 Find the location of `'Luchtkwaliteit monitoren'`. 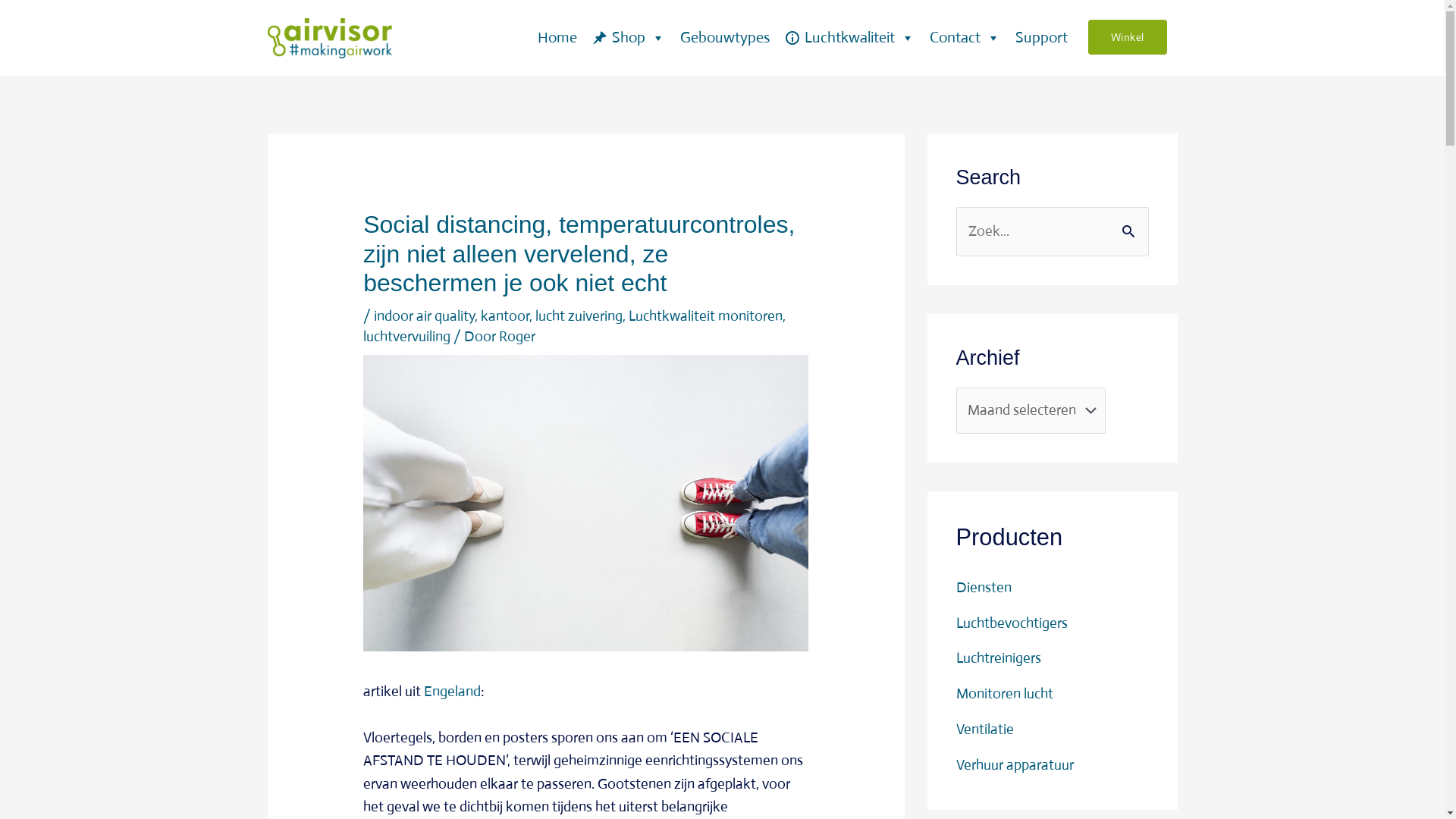

'Luchtkwaliteit monitoren' is located at coordinates (704, 315).